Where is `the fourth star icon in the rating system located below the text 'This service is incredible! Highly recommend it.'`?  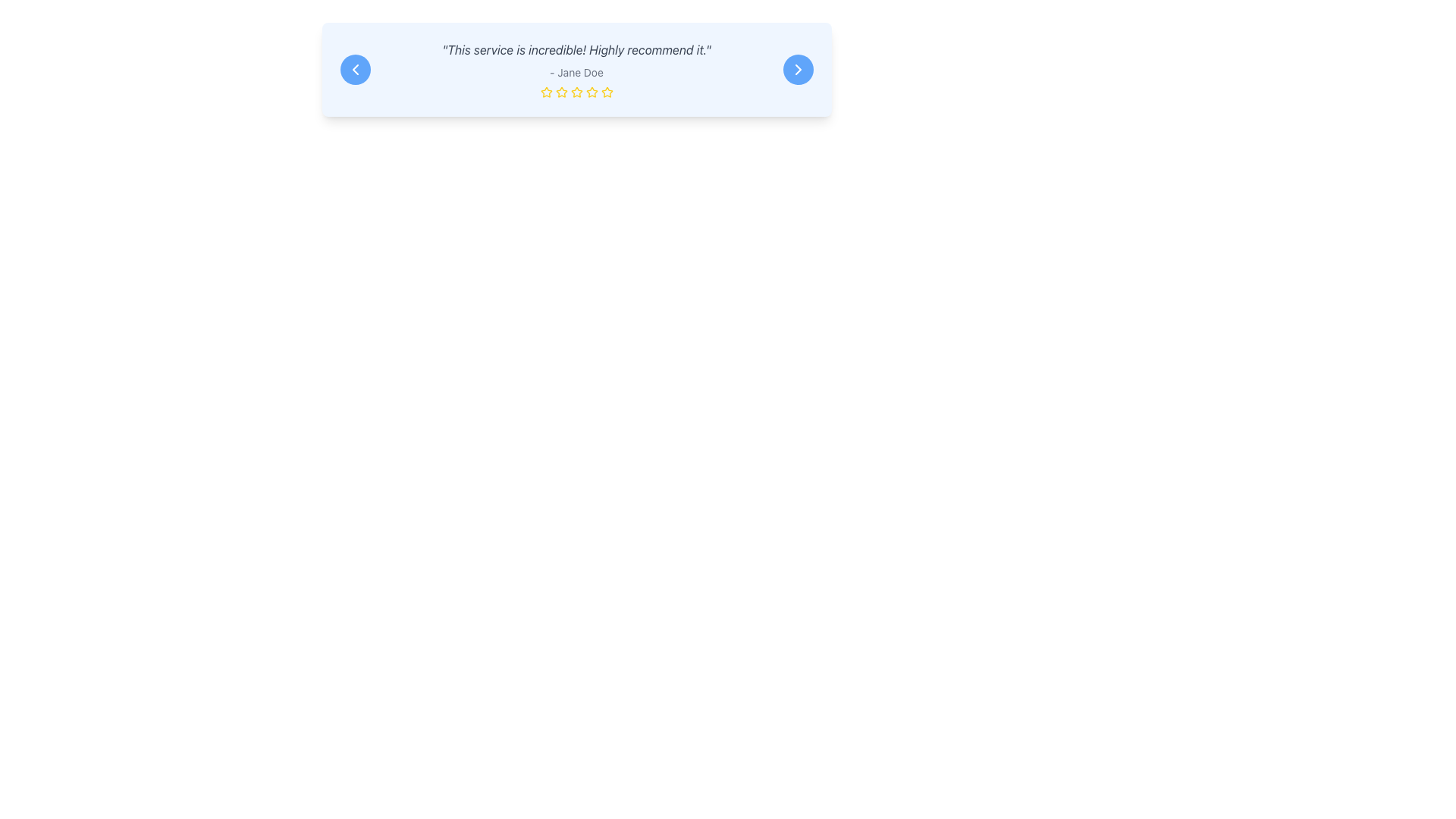
the fourth star icon in the rating system located below the text 'This service is incredible! Highly recommend it.' is located at coordinates (591, 92).